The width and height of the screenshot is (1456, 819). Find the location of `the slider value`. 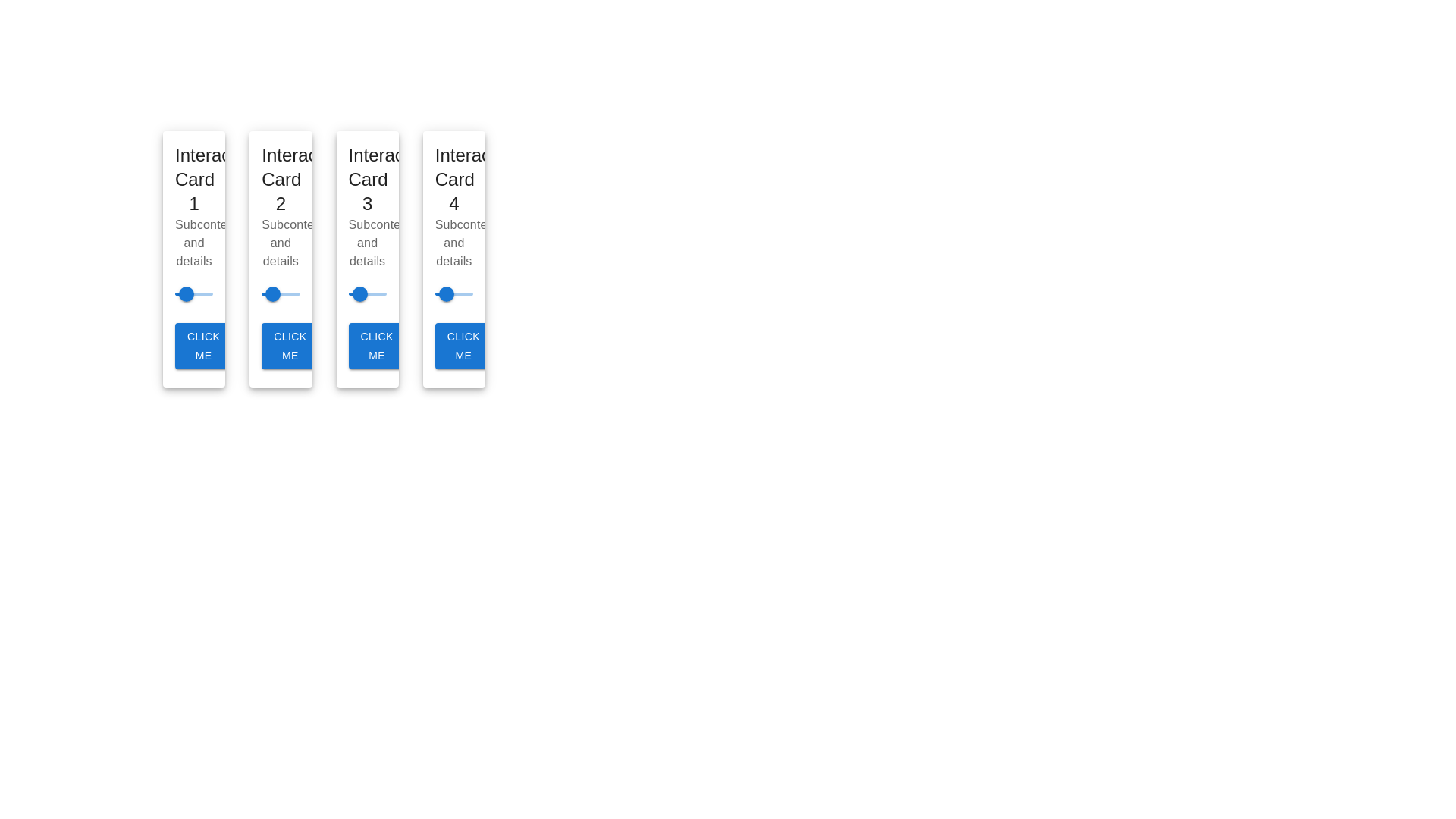

the slider value is located at coordinates (327, 294).